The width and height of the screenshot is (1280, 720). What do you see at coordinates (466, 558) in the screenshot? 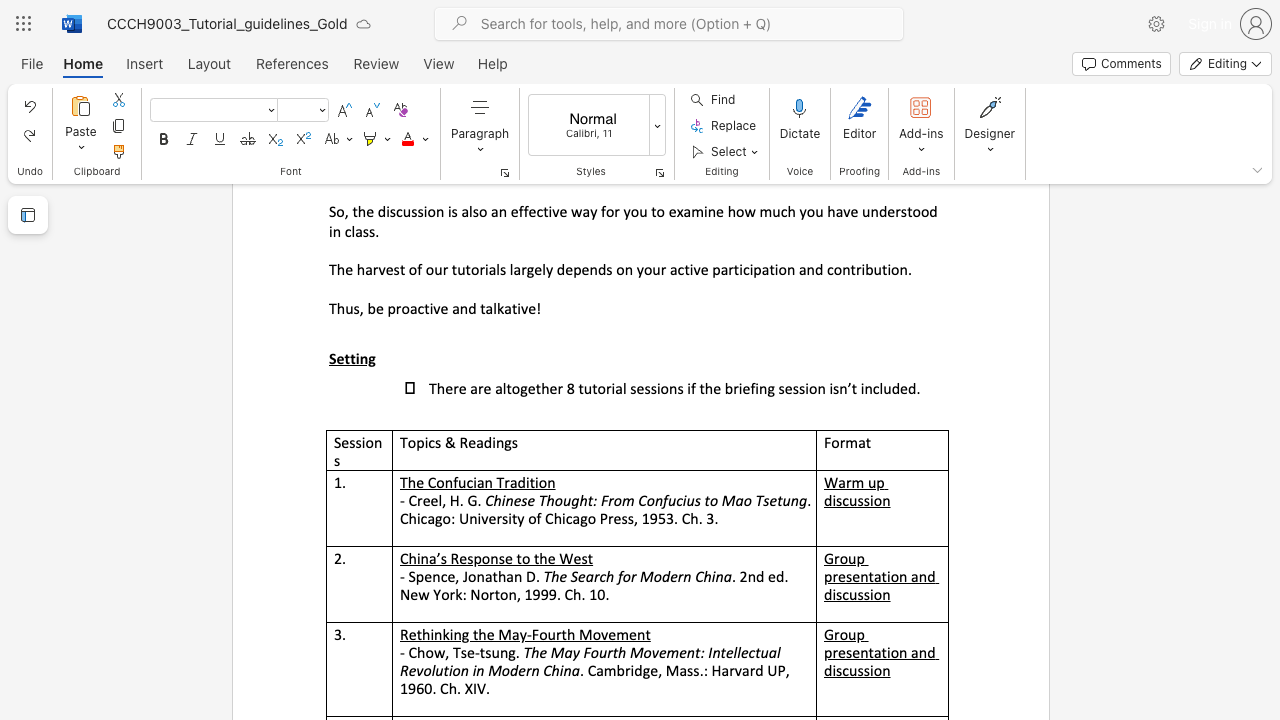
I see `the subset text "sponse to the We" within the text "China’s Response to the West"` at bounding box center [466, 558].